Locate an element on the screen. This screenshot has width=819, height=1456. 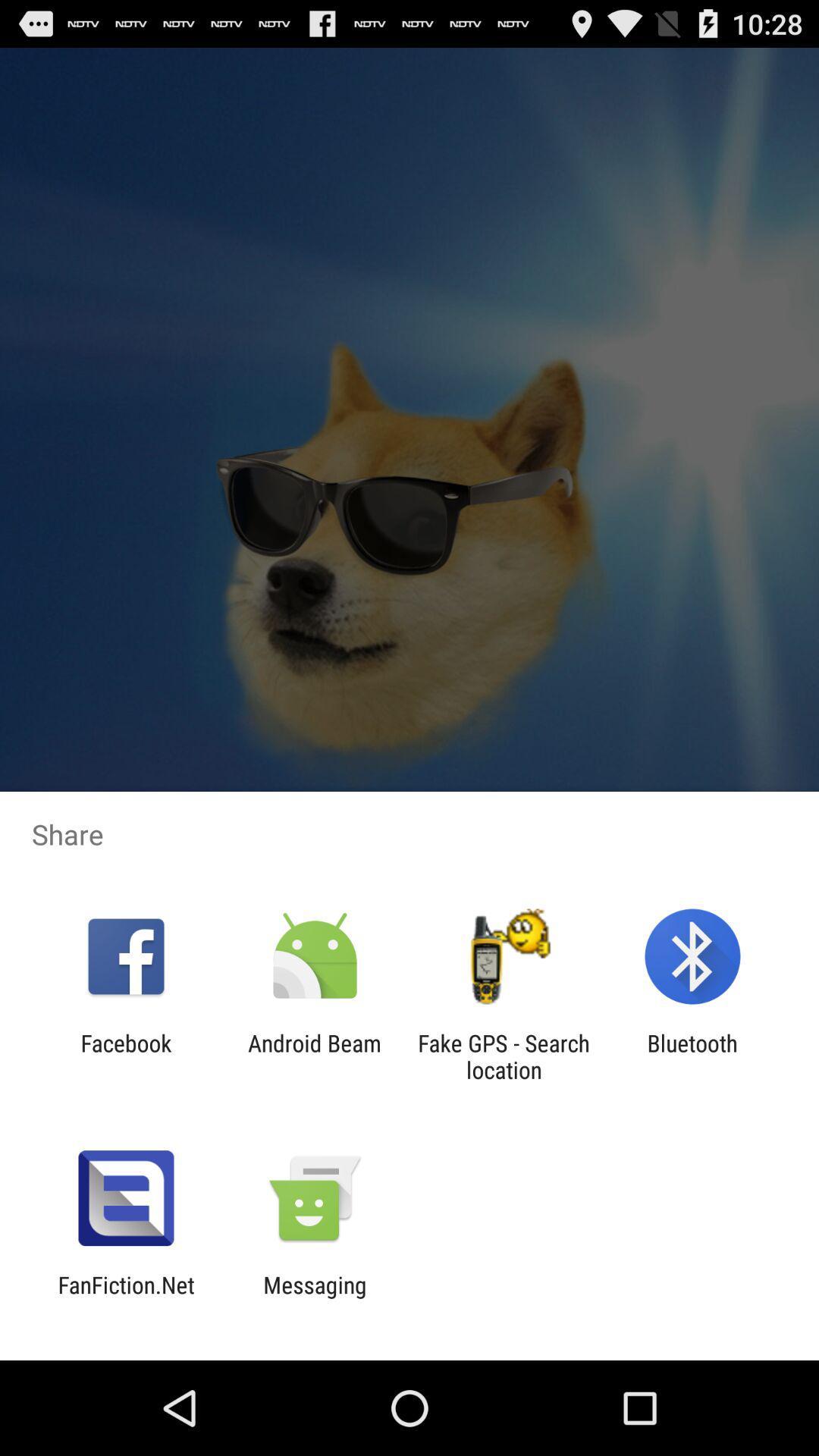
android beam icon is located at coordinates (314, 1056).